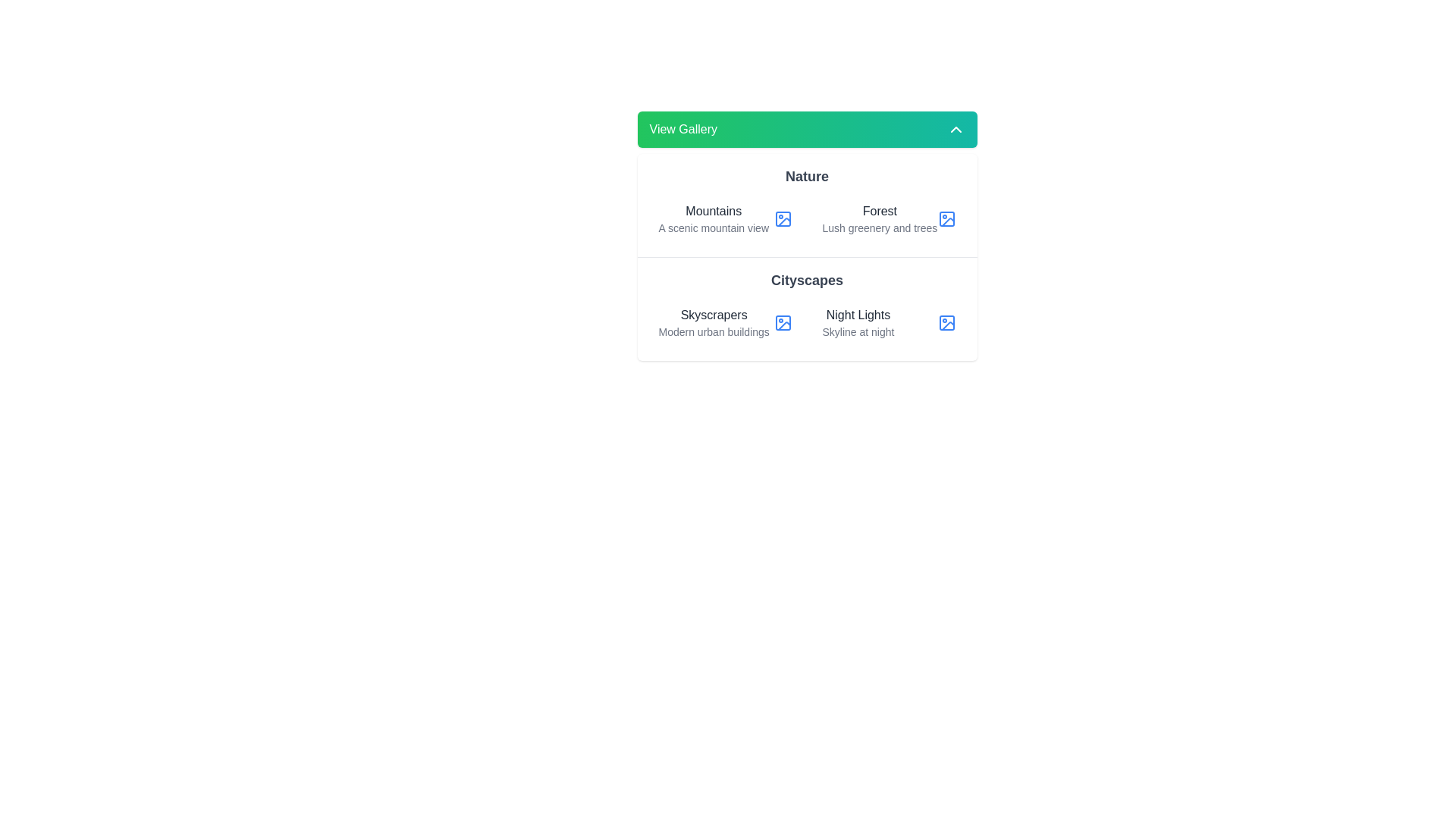 This screenshot has height=819, width=1456. Describe the element at coordinates (858, 322) in the screenshot. I see `the 'Night Lights' multiline text label, which provides a title and subtitle related to cityscapes at night, located in the 'Cityscapes' section to the right of the 'Skyscrapers' subsection` at that location.